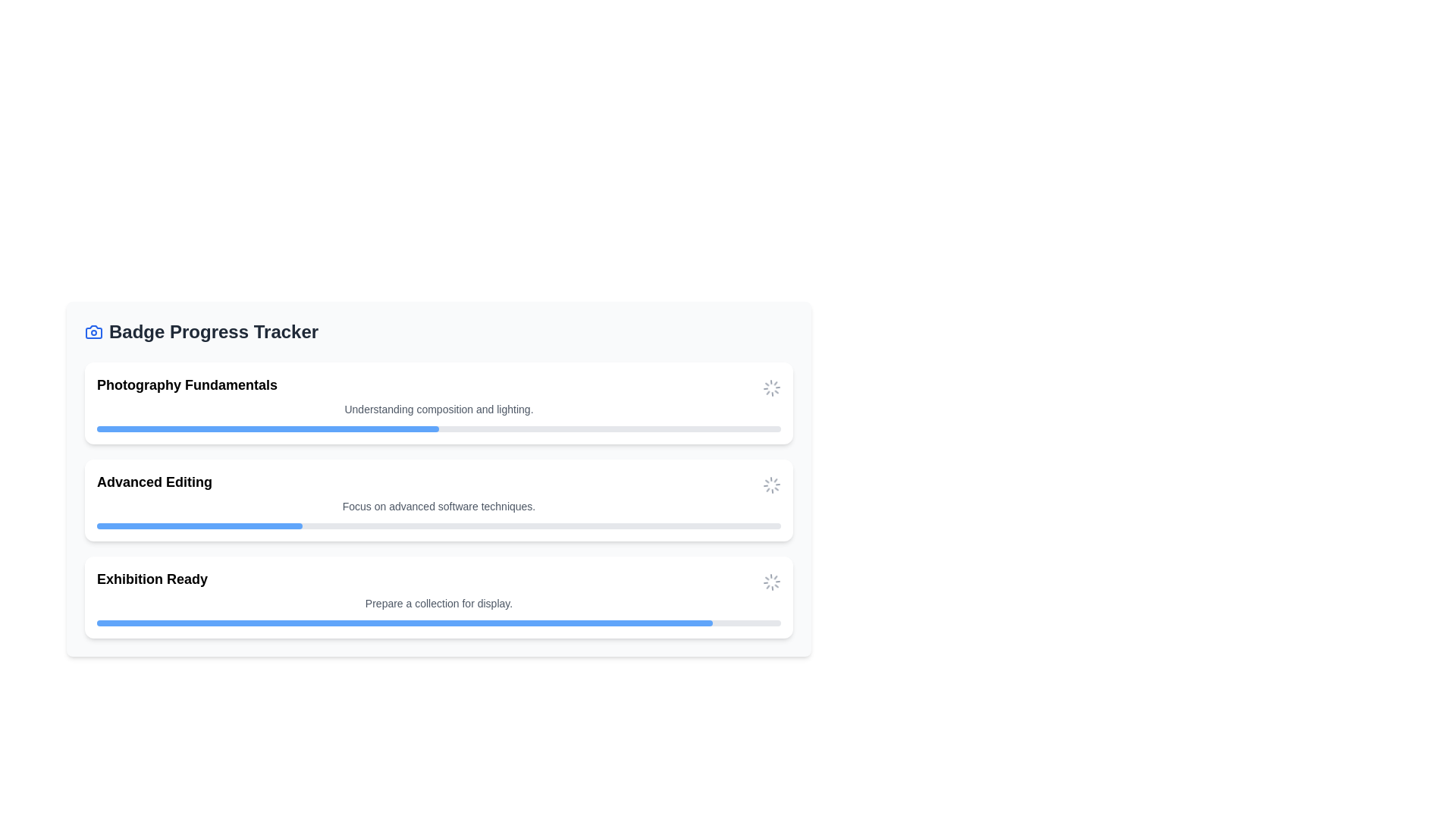  Describe the element at coordinates (155, 482) in the screenshot. I see `the 'Advanced Editing' label, which is styled with a bold font and is the second title in the progress tracker component, located between 'Photography Fundamentals' and 'Exhibition Ready'` at that location.